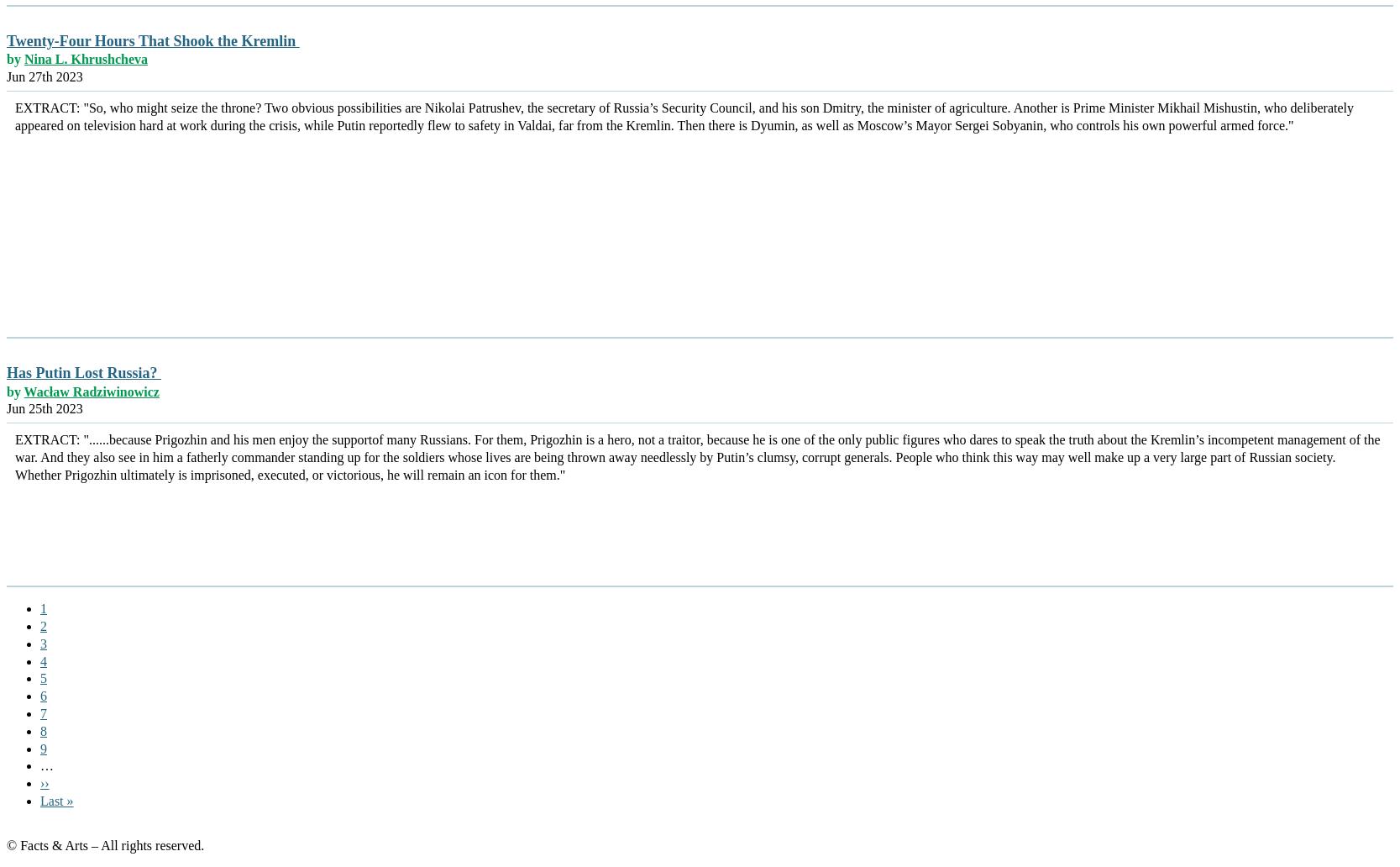 This screenshot has height=867, width=1400. I want to click on '5', so click(44, 678).